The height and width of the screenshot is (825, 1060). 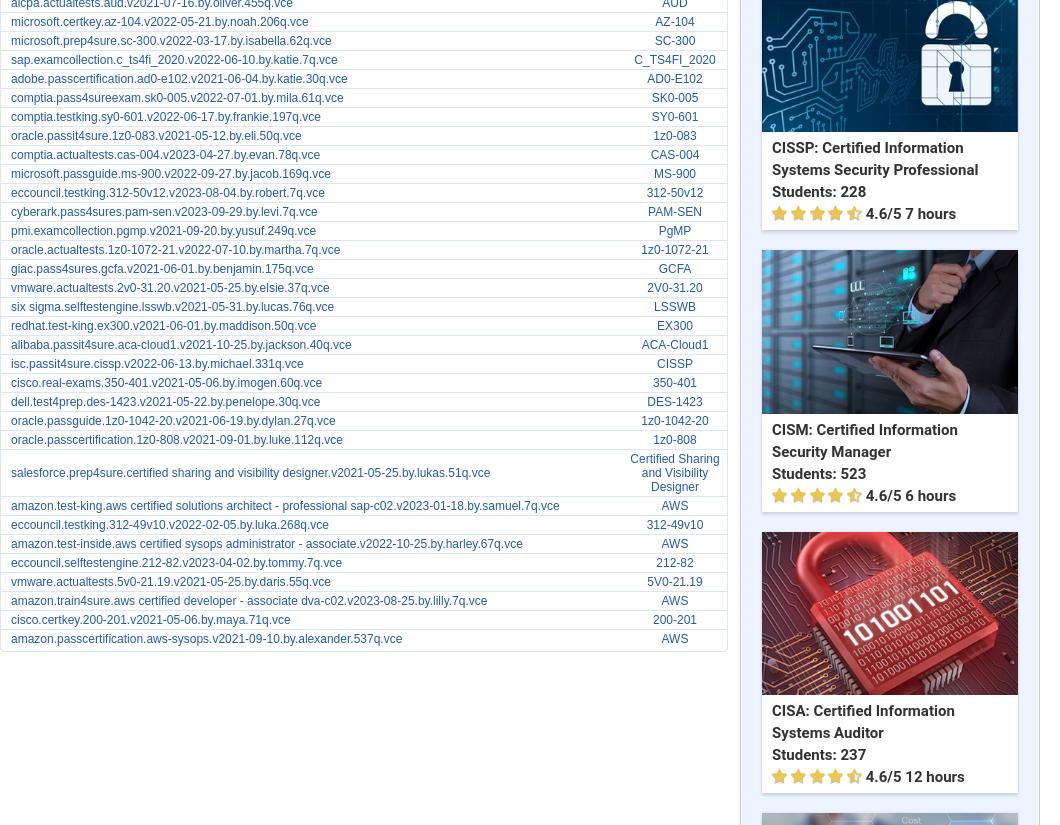 What do you see at coordinates (673, 41) in the screenshot?
I see `'SC-300'` at bounding box center [673, 41].